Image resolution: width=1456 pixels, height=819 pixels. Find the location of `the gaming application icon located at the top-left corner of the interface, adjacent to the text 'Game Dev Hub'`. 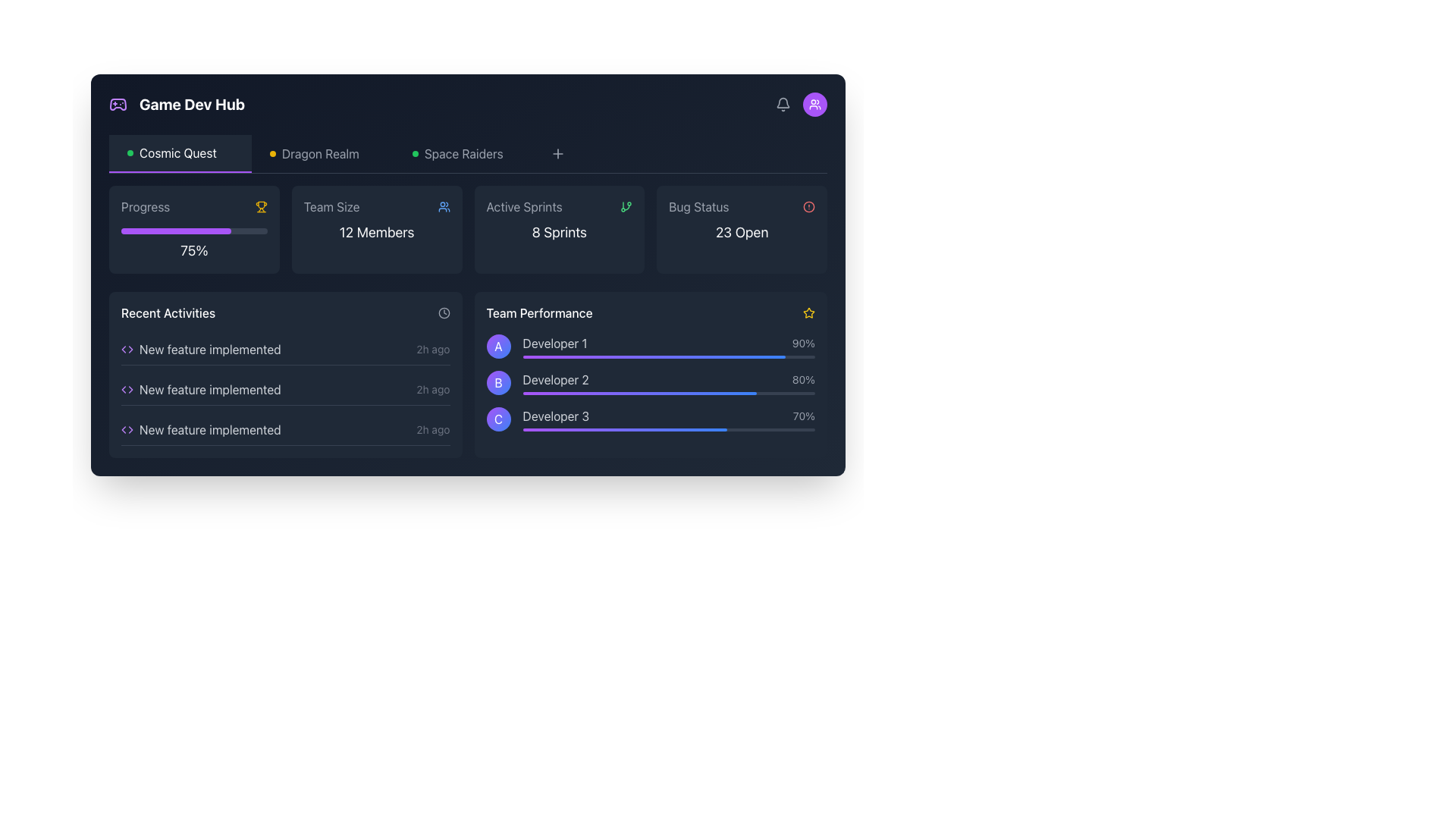

the gaming application icon located at the top-left corner of the interface, adjacent to the text 'Game Dev Hub' is located at coordinates (118, 104).